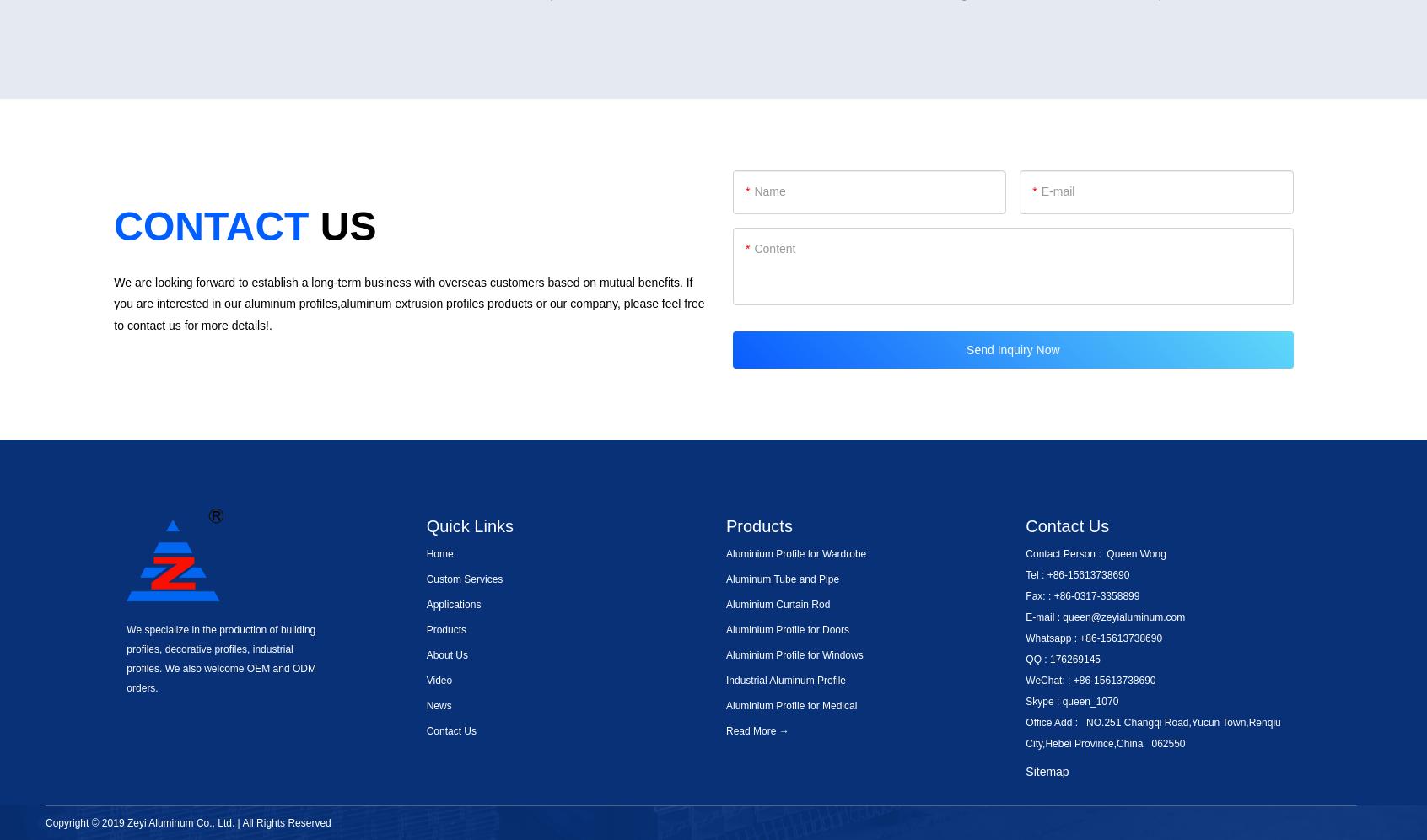 This screenshot has width=1427, height=840. What do you see at coordinates (1026, 658) in the screenshot?
I see `'QQ : 176269145'` at bounding box center [1026, 658].